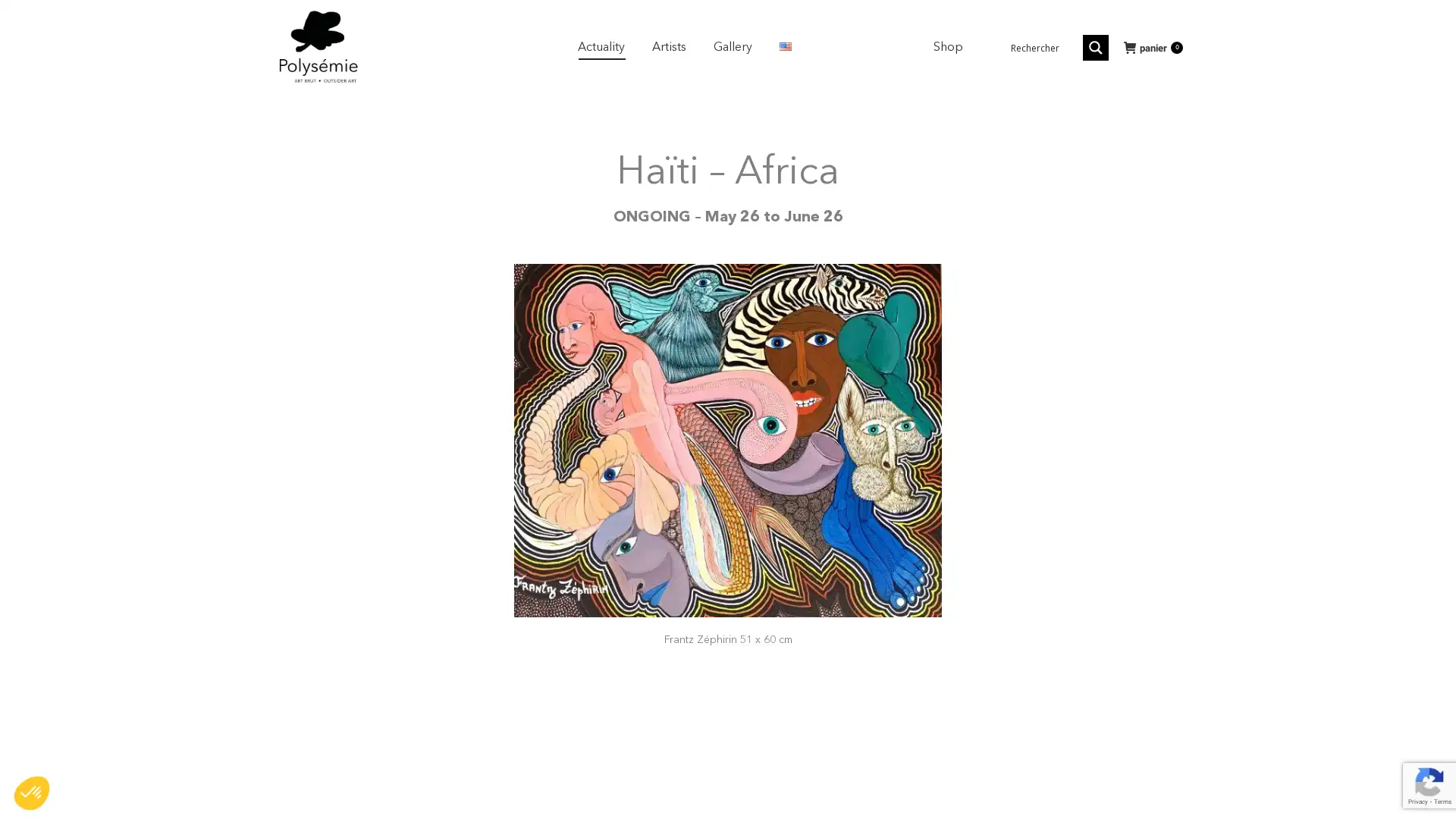 Image resolution: width=1456 pixels, height=819 pixels. Describe the element at coordinates (174, 742) in the screenshot. I see `Je choisis` at that location.